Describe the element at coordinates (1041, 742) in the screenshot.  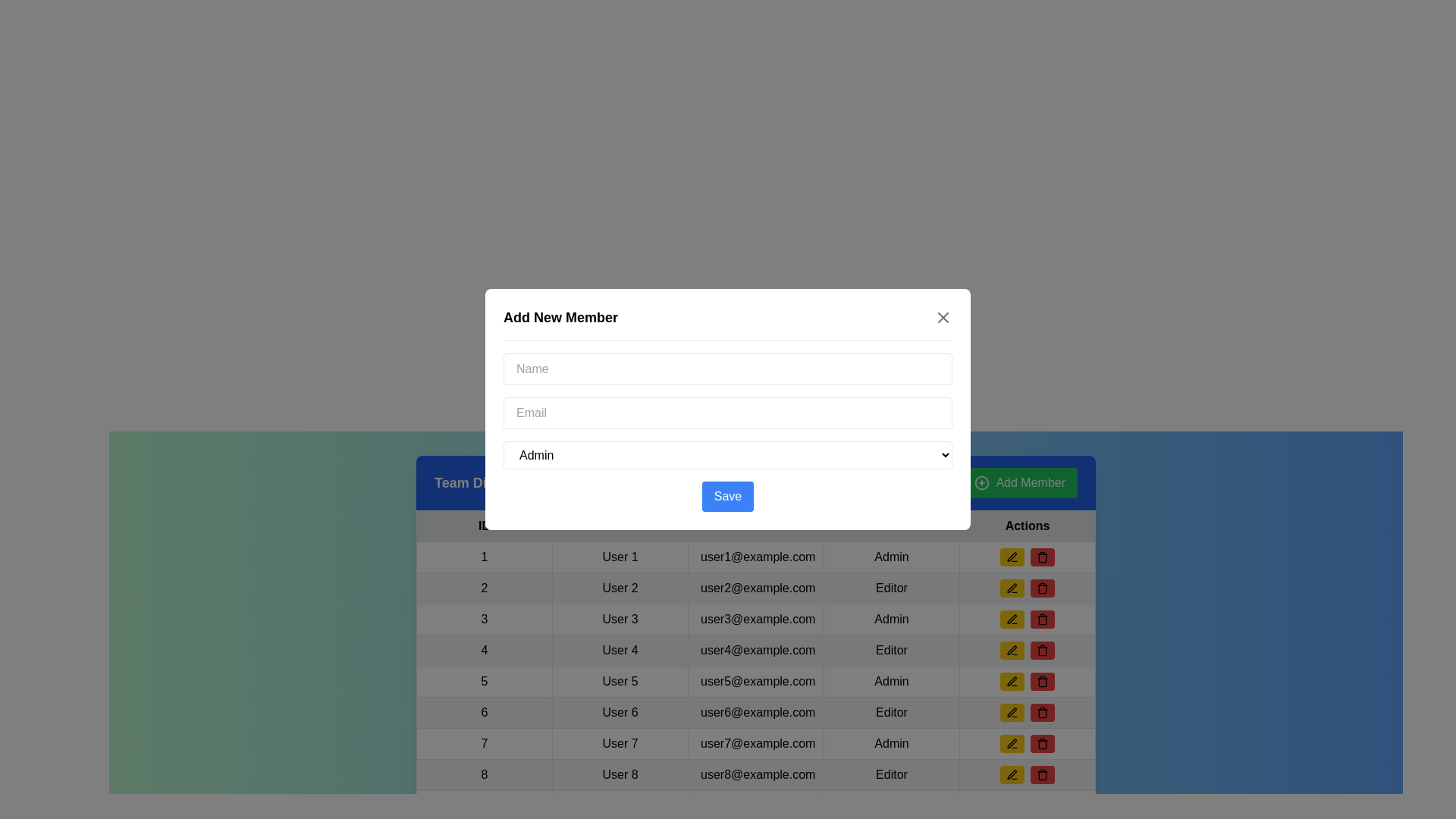
I see `the trash can icon located within the red button in the 'Actions' column of the last row of the user entry list` at that location.